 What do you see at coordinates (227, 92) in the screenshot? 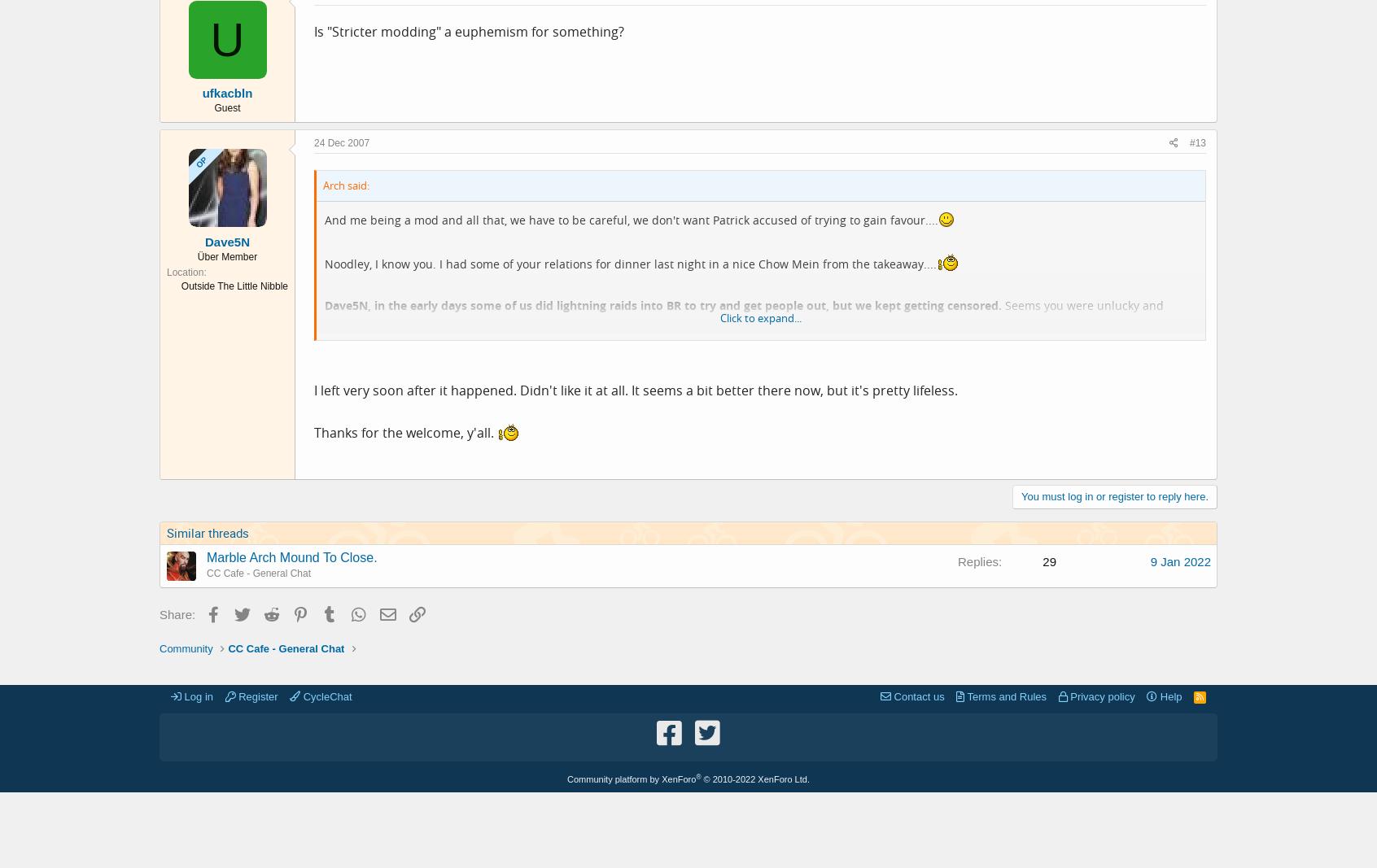
I see `'ufkacbln'` at bounding box center [227, 92].